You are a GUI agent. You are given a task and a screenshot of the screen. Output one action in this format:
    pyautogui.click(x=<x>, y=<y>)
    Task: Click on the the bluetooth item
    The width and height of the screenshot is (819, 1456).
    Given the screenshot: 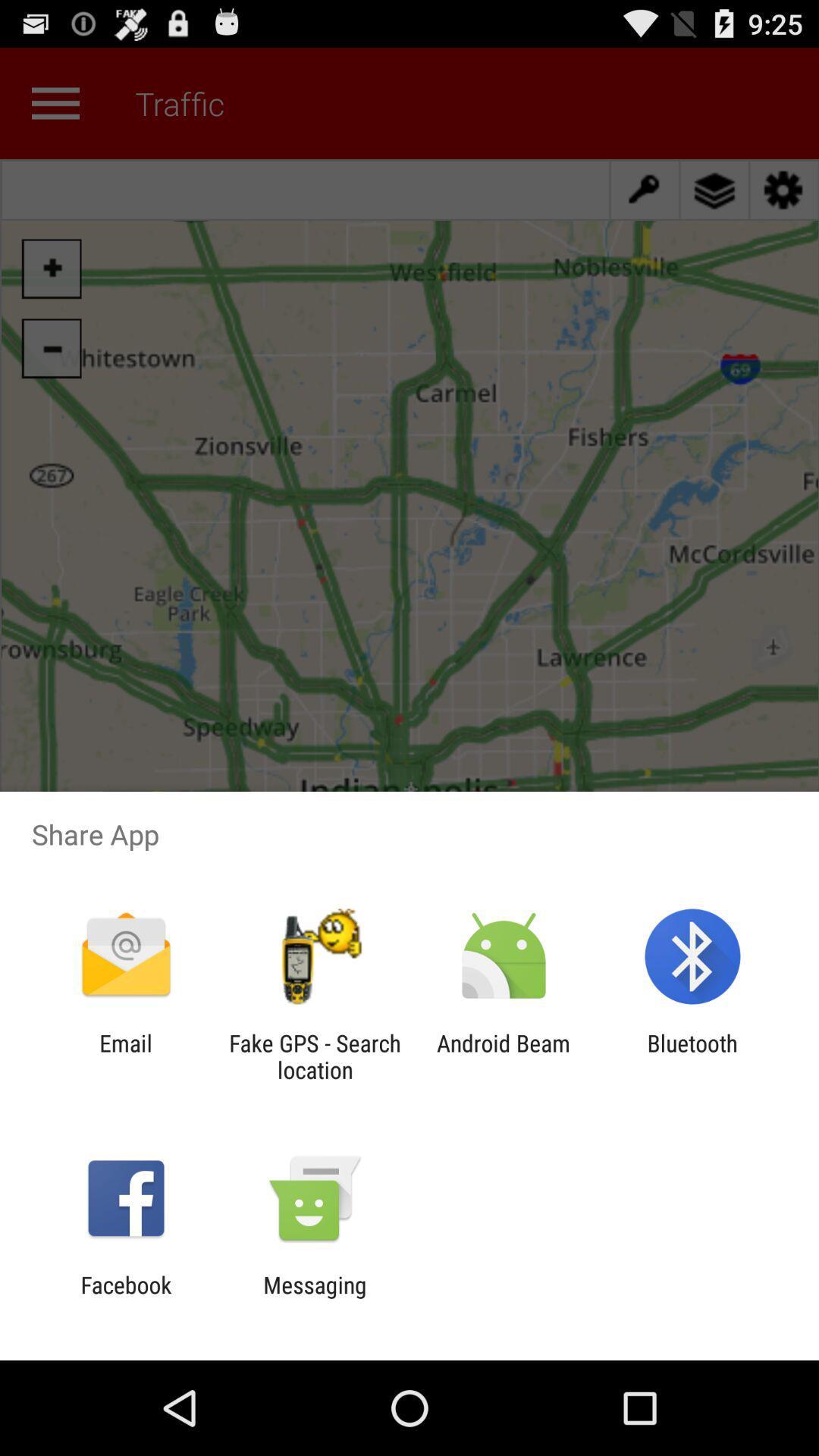 What is the action you would take?
    pyautogui.click(x=692, y=1056)
    